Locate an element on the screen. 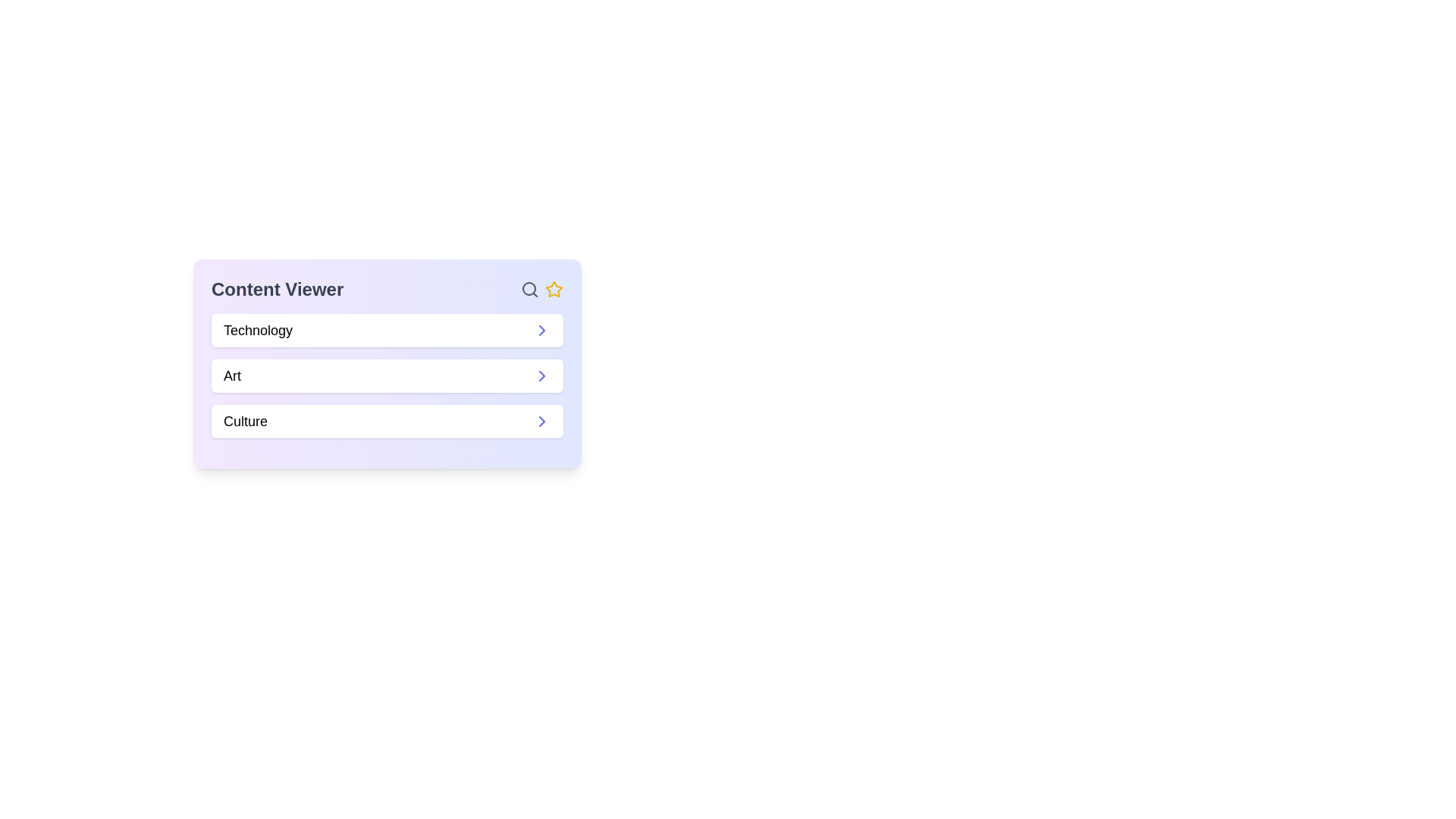  the right-pointing chevron icon next to the 'Culture' label in the third row is located at coordinates (542, 421).